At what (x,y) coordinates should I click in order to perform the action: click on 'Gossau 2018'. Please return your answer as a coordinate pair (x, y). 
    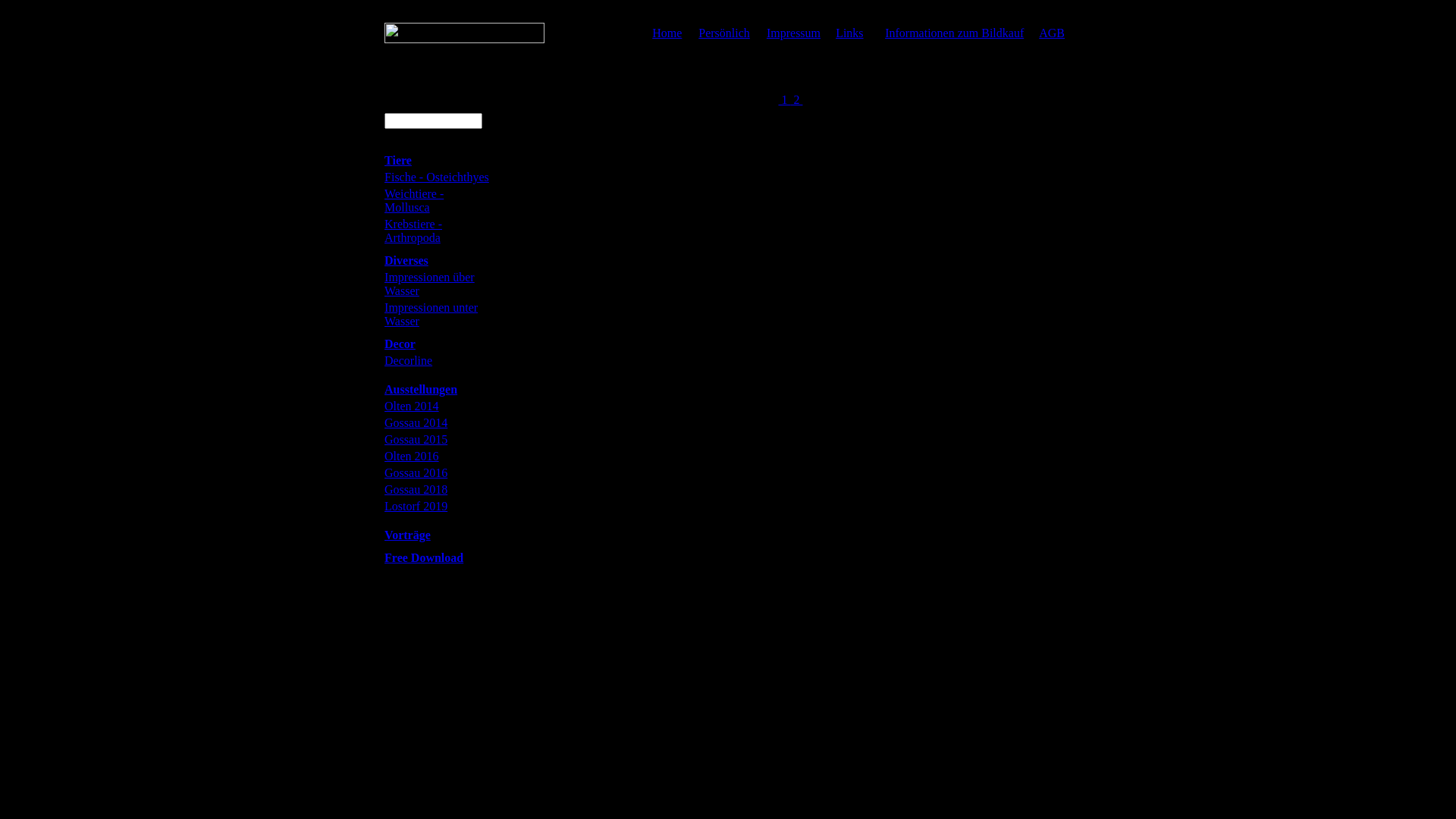
    Looking at the image, I should click on (384, 489).